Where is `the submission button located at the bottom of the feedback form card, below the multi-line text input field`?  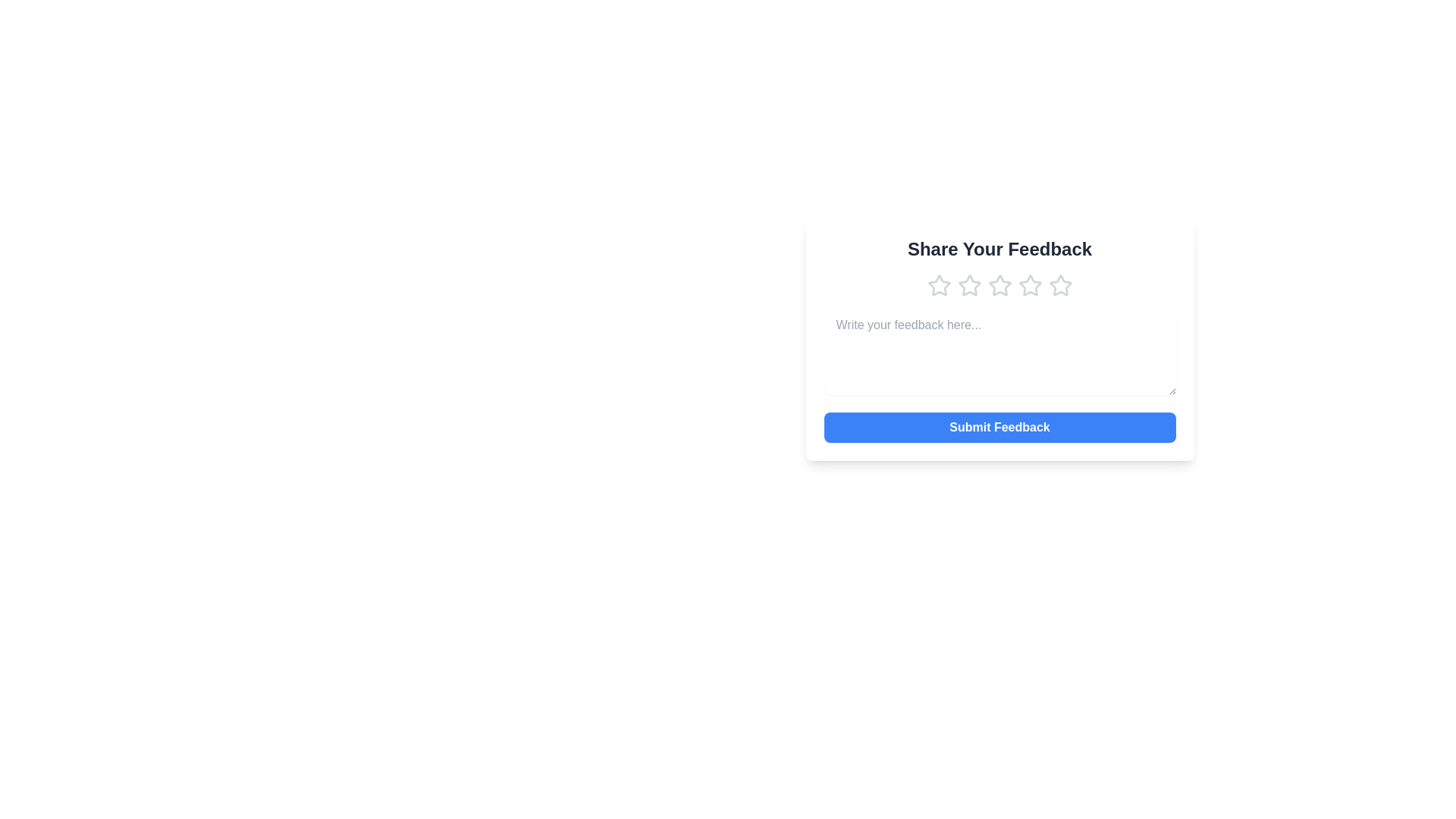
the submission button located at the bottom of the feedback form card, below the multi-line text input field is located at coordinates (999, 427).